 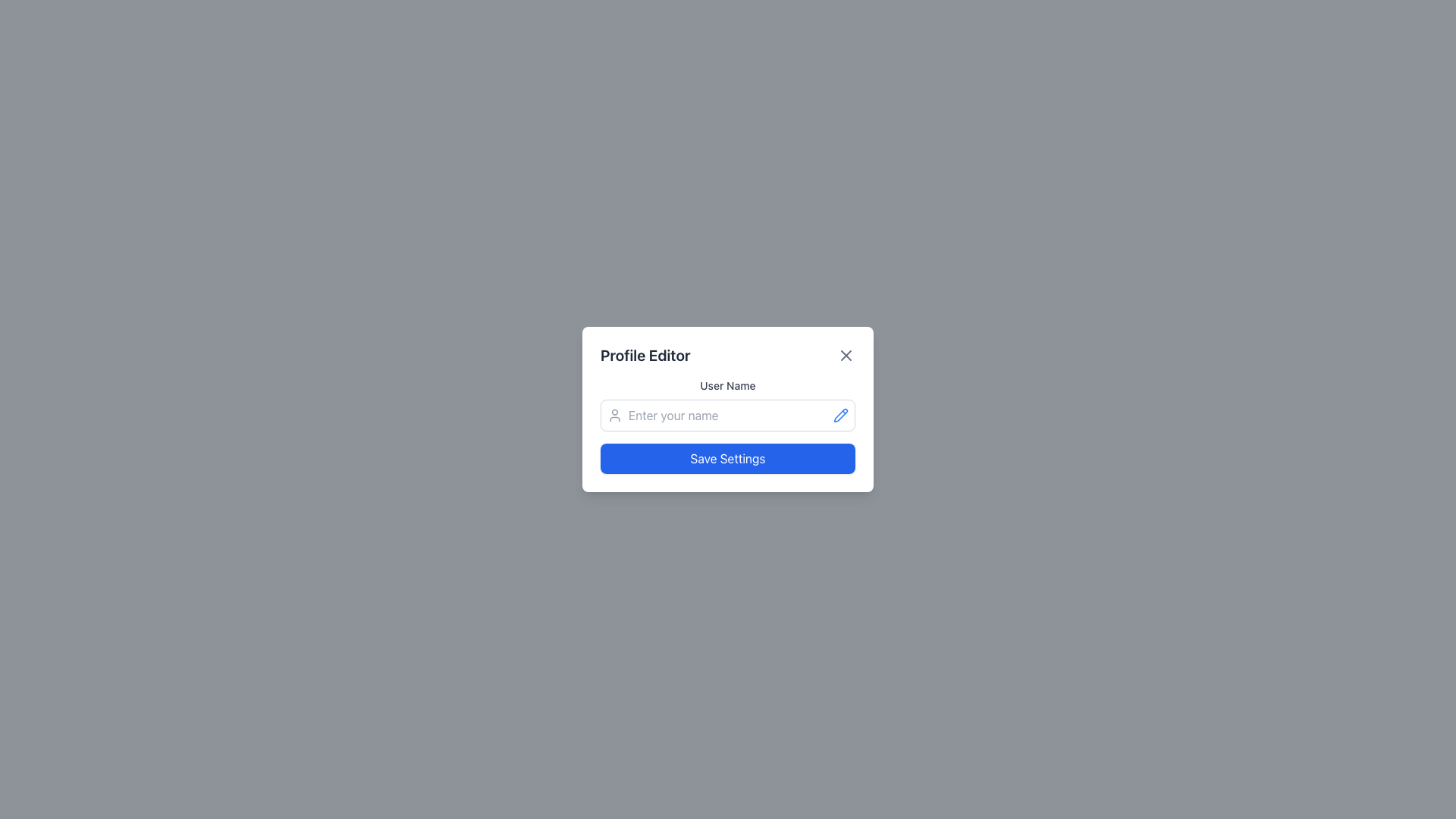 I want to click on the edit icon in the 'Profile Editor' modal, located to the right of the 'Enter your name' text input box, so click(x=839, y=415).